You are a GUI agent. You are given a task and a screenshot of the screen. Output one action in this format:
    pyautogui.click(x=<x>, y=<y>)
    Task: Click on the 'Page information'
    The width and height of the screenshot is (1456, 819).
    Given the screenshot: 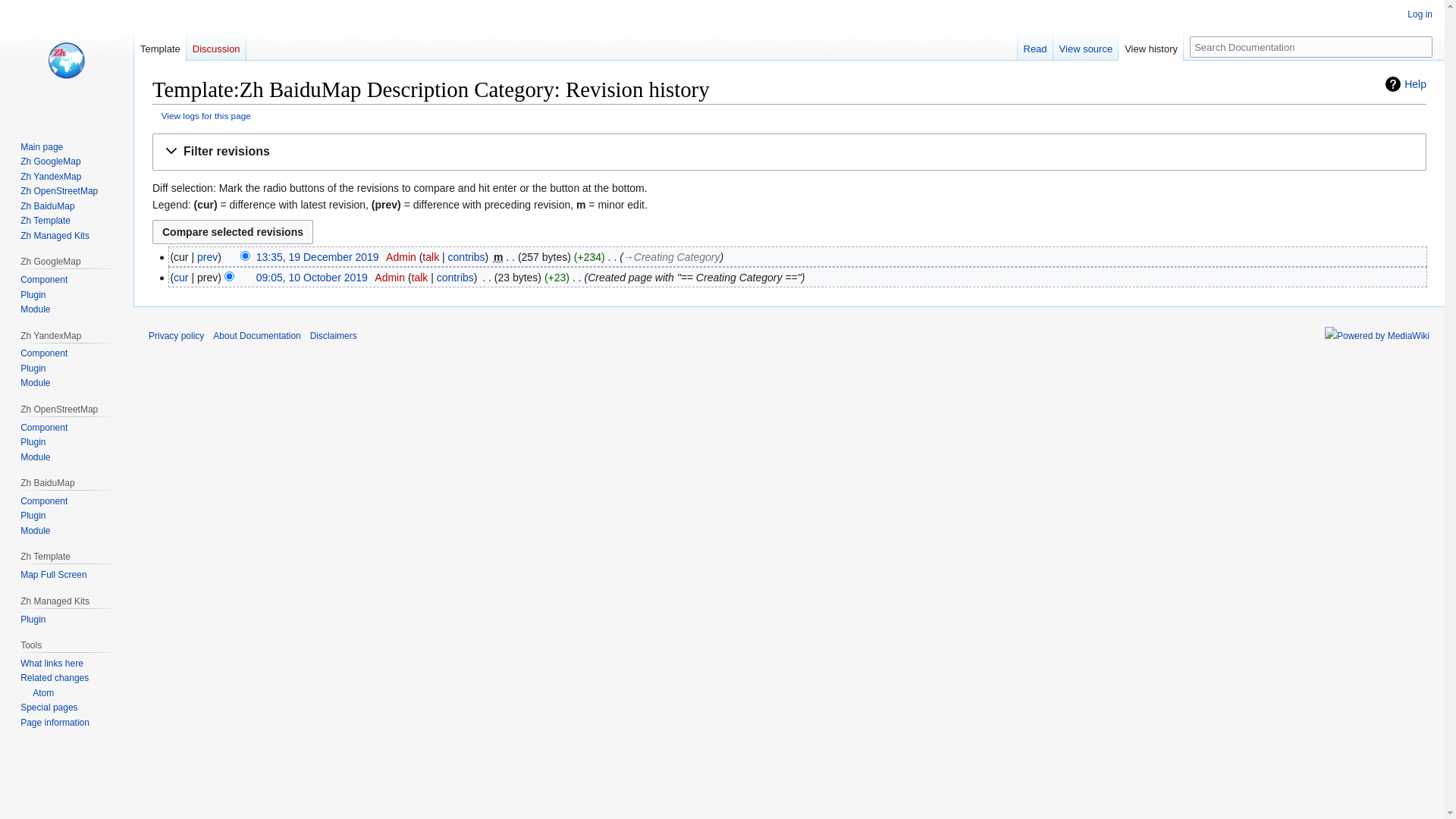 What is the action you would take?
    pyautogui.click(x=20, y=721)
    